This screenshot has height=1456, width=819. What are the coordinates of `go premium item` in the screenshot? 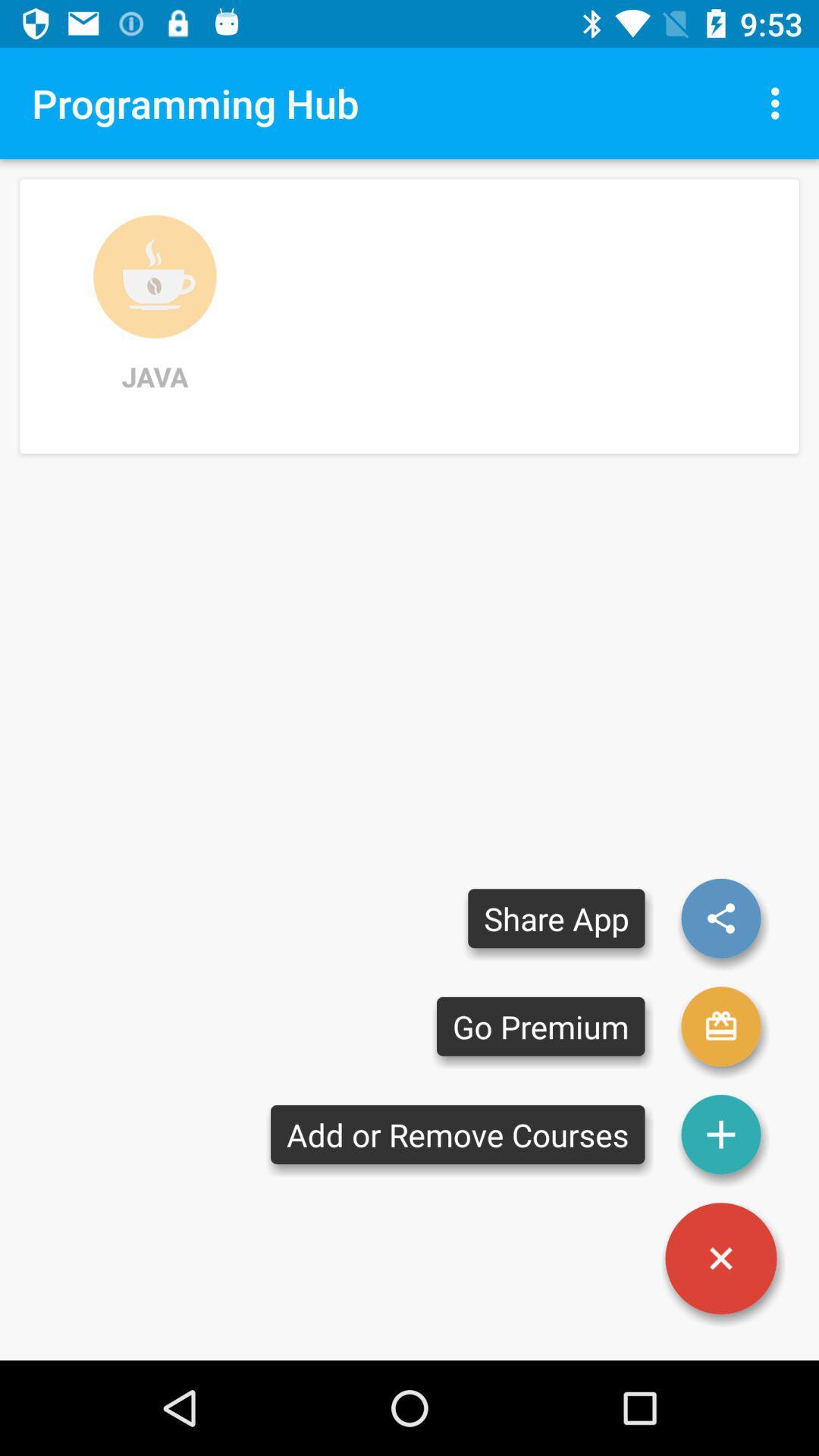 It's located at (540, 1026).